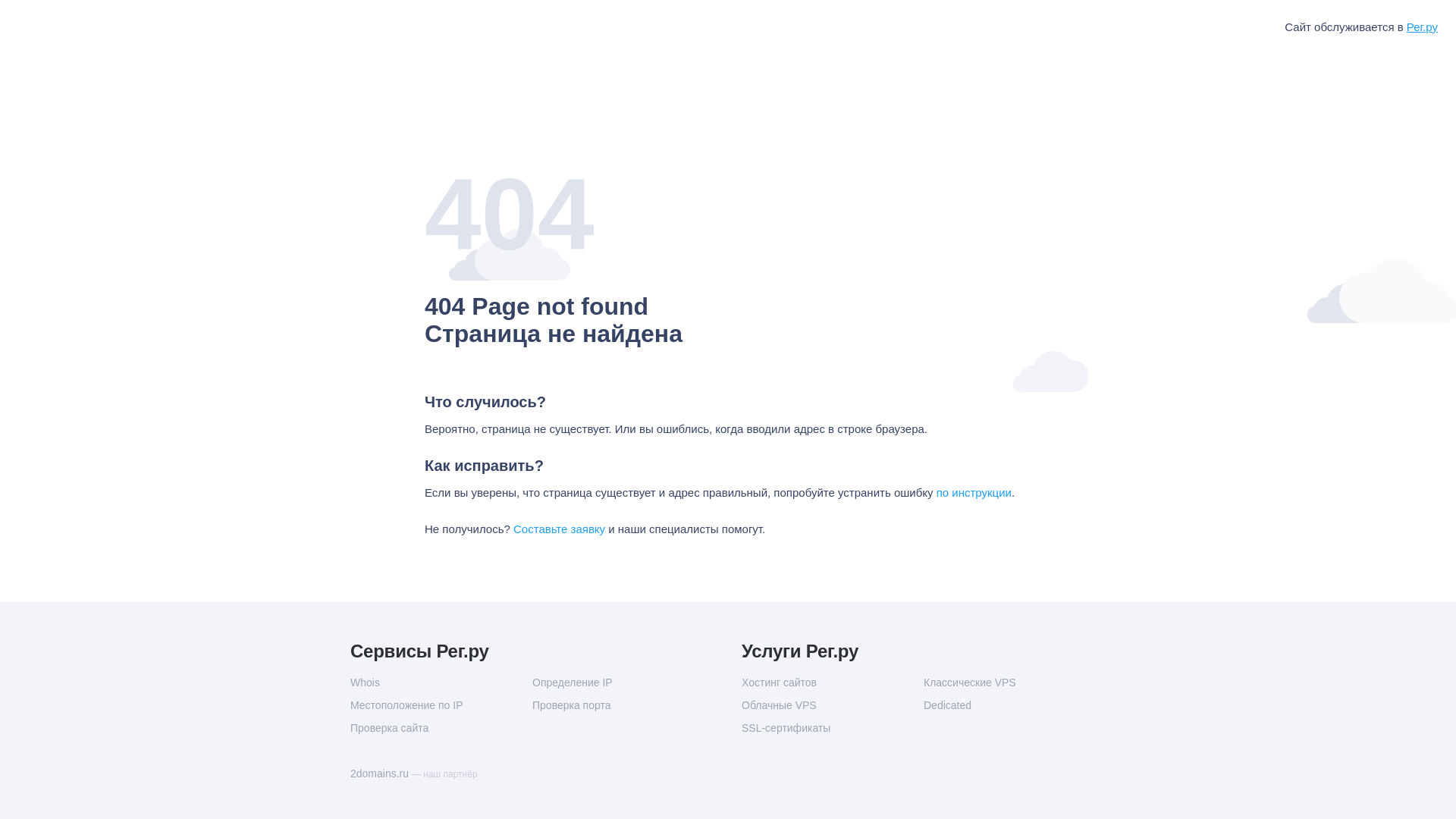  What do you see at coordinates (381, 773) in the screenshot?
I see `'2domains.ru'` at bounding box center [381, 773].